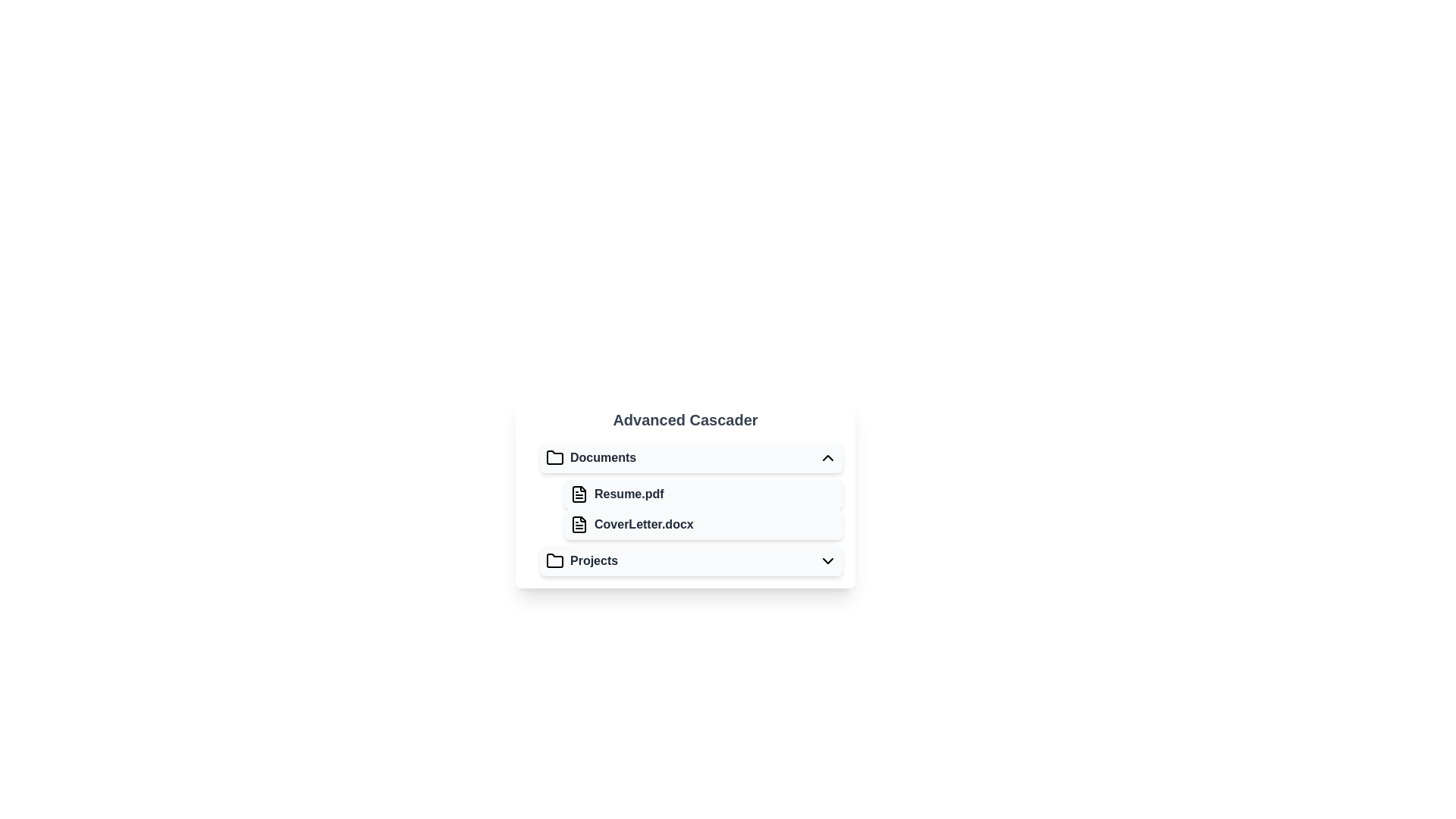  What do you see at coordinates (702, 494) in the screenshot?
I see `the list item labeled 'Resume.pdf'` at bounding box center [702, 494].